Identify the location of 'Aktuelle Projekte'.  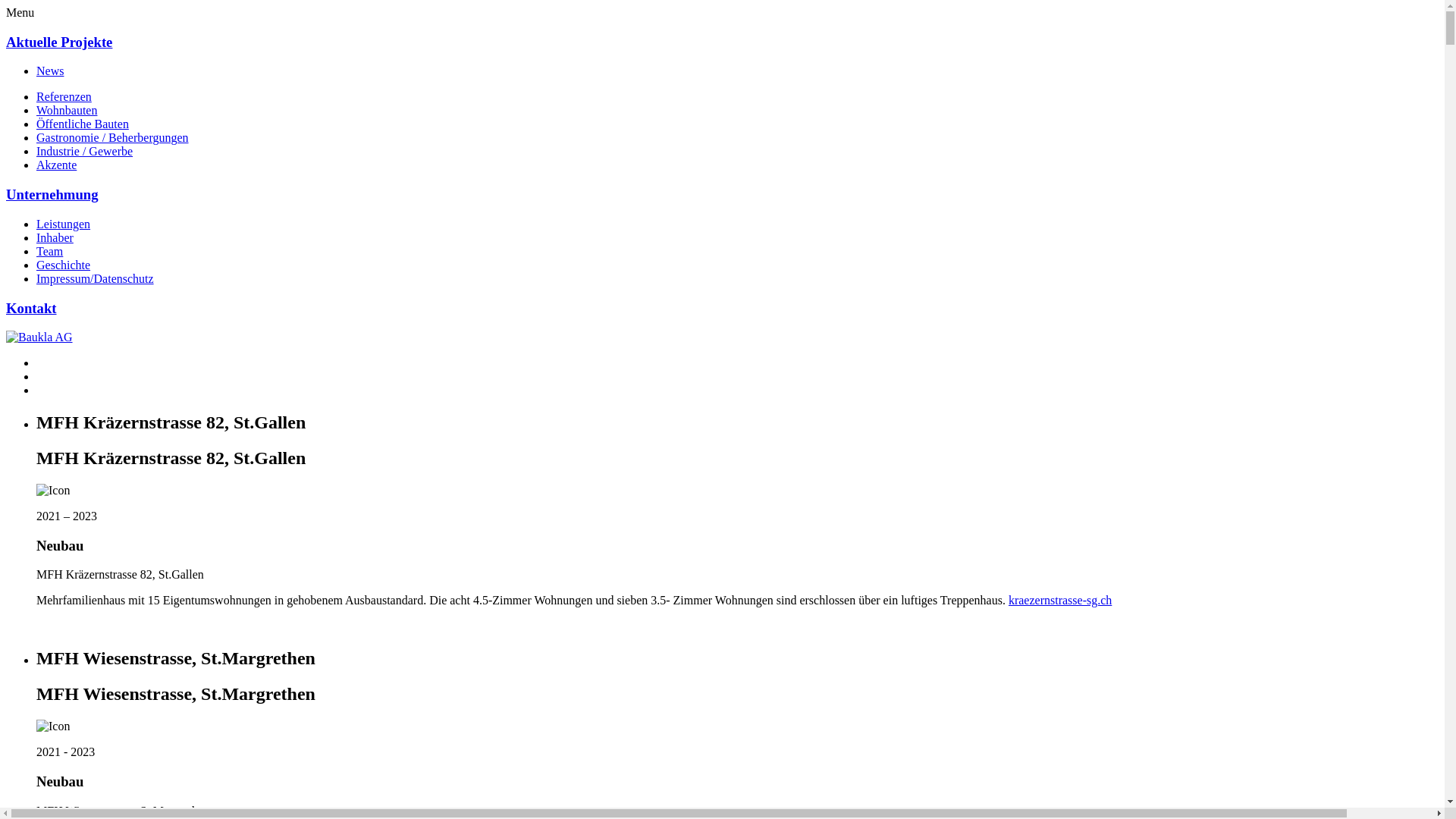
(58, 41).